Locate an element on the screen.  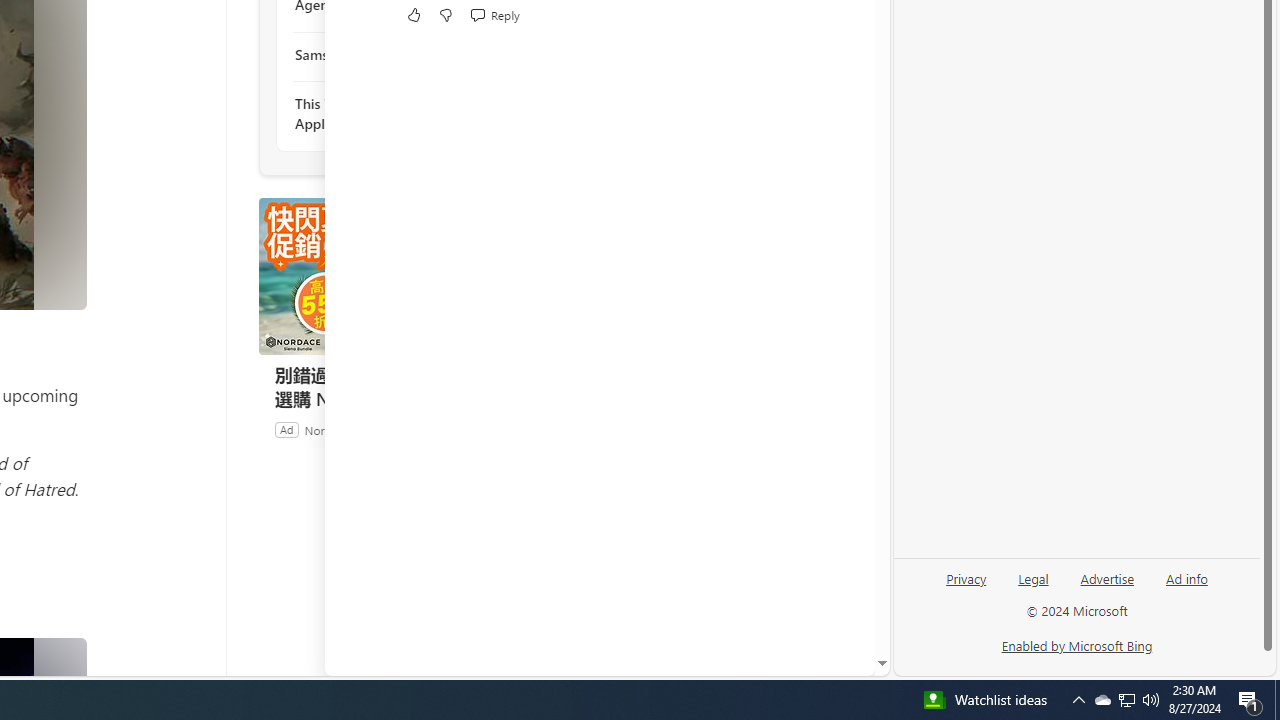
'Like' is located at coordinates (413, 15).